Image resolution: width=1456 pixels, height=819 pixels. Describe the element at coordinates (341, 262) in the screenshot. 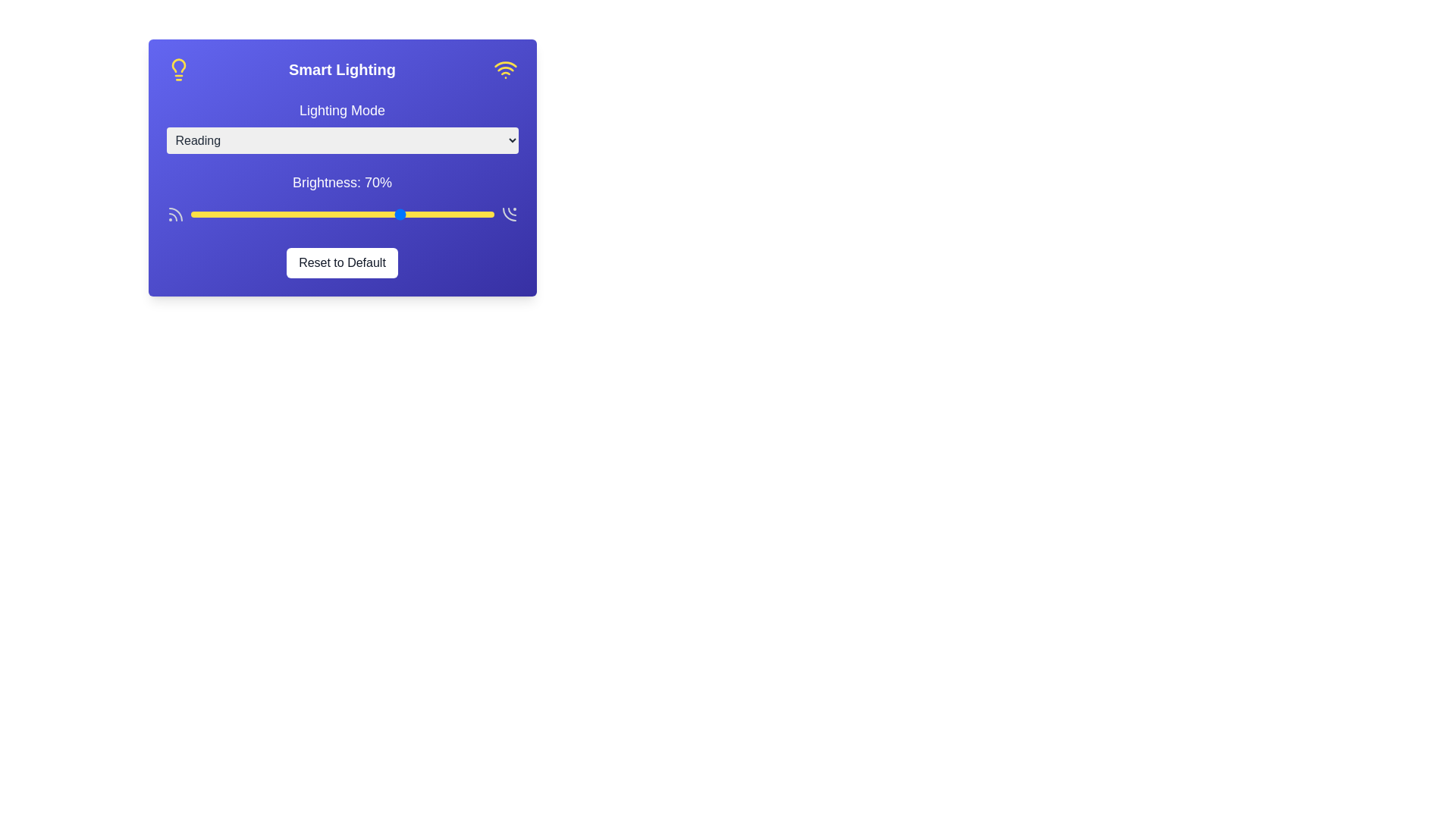

I see `'Reset to Default' button to reset the settings` at that location.